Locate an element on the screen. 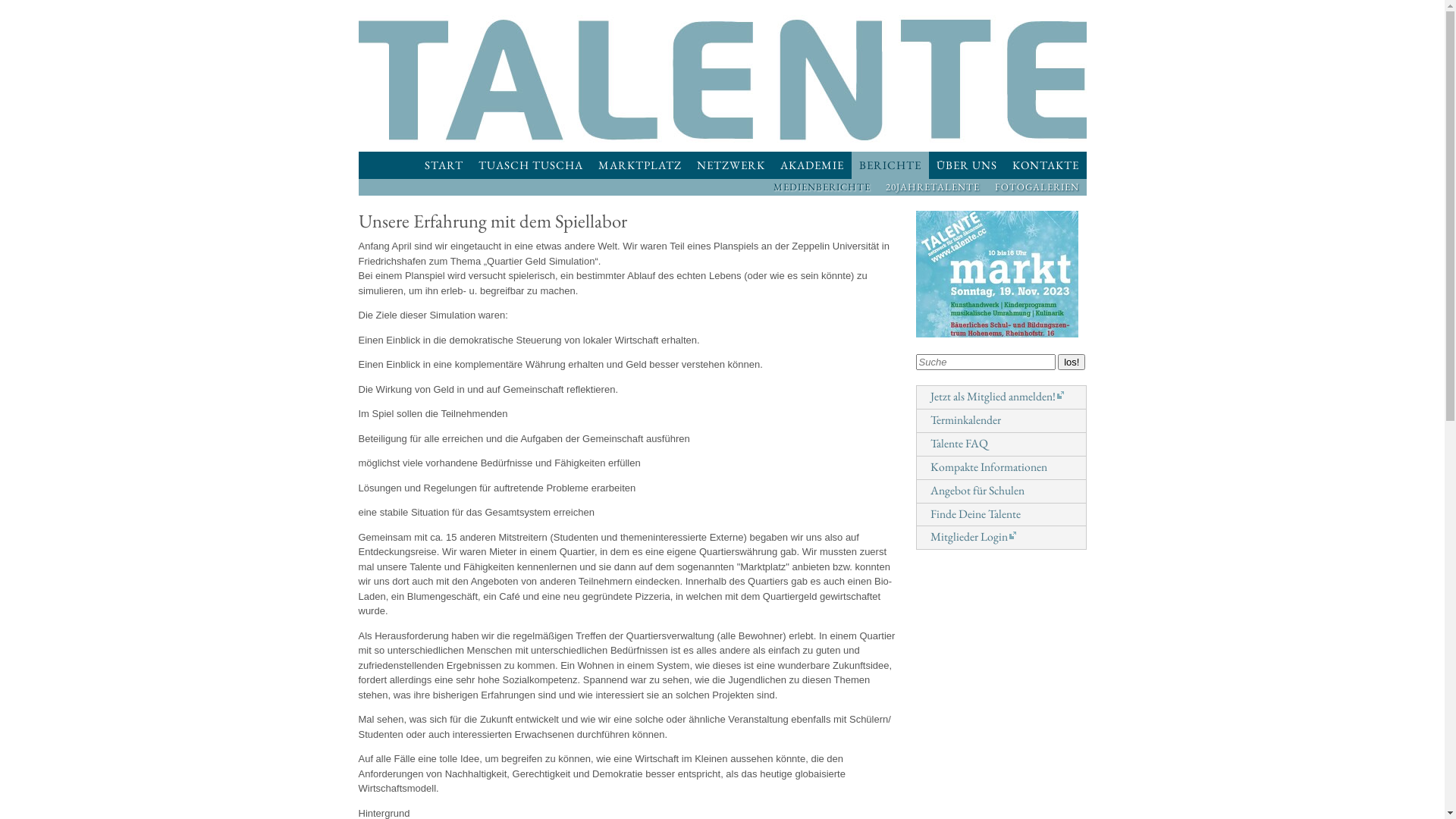  'Kompakte Informationen' is located at coordinates (983, 466).